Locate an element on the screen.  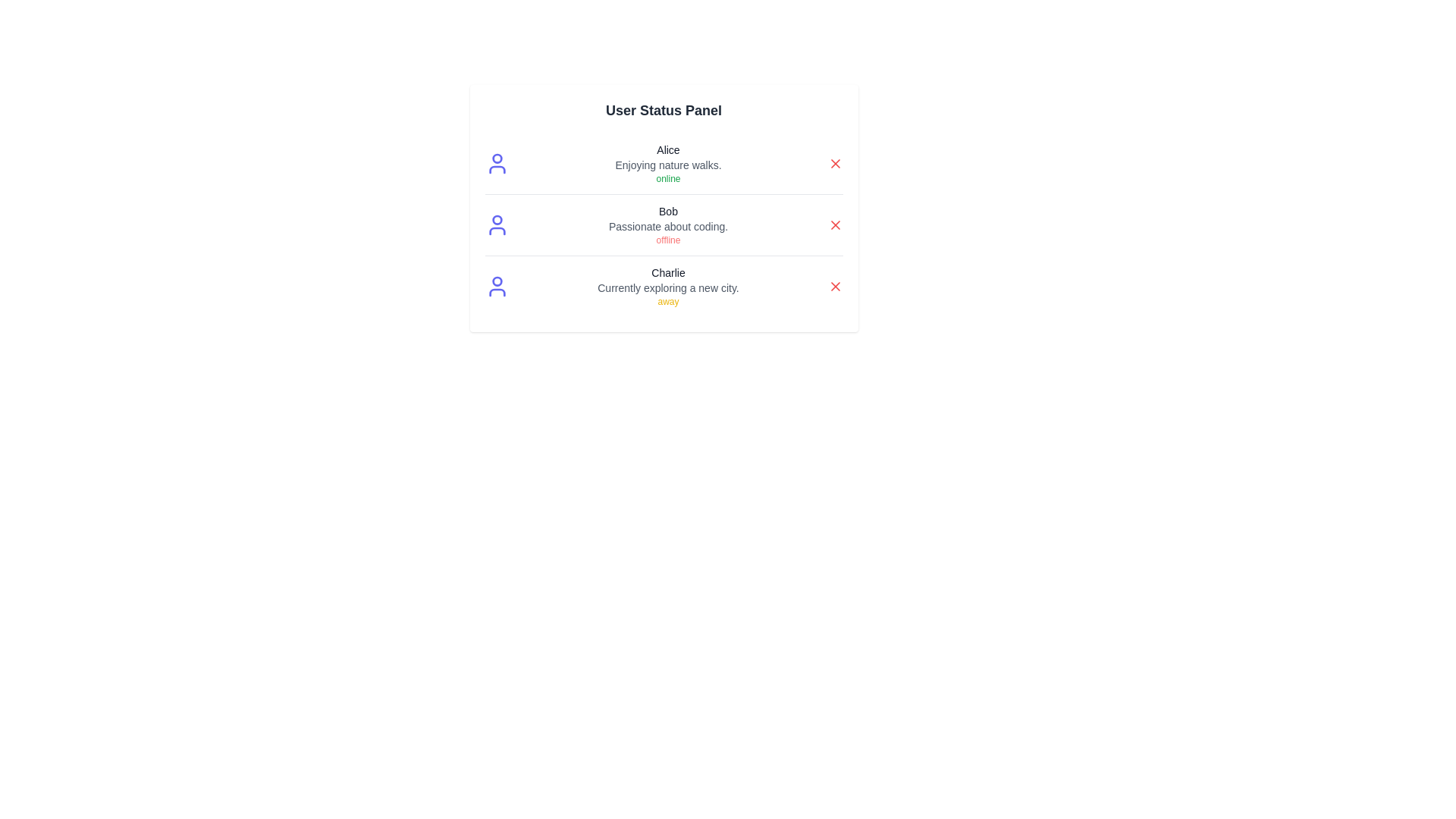
the red 'X' icon button, which is an SVG element located to the right of the text 'Alice' in the user status panel is located at coordinates (834, 164).